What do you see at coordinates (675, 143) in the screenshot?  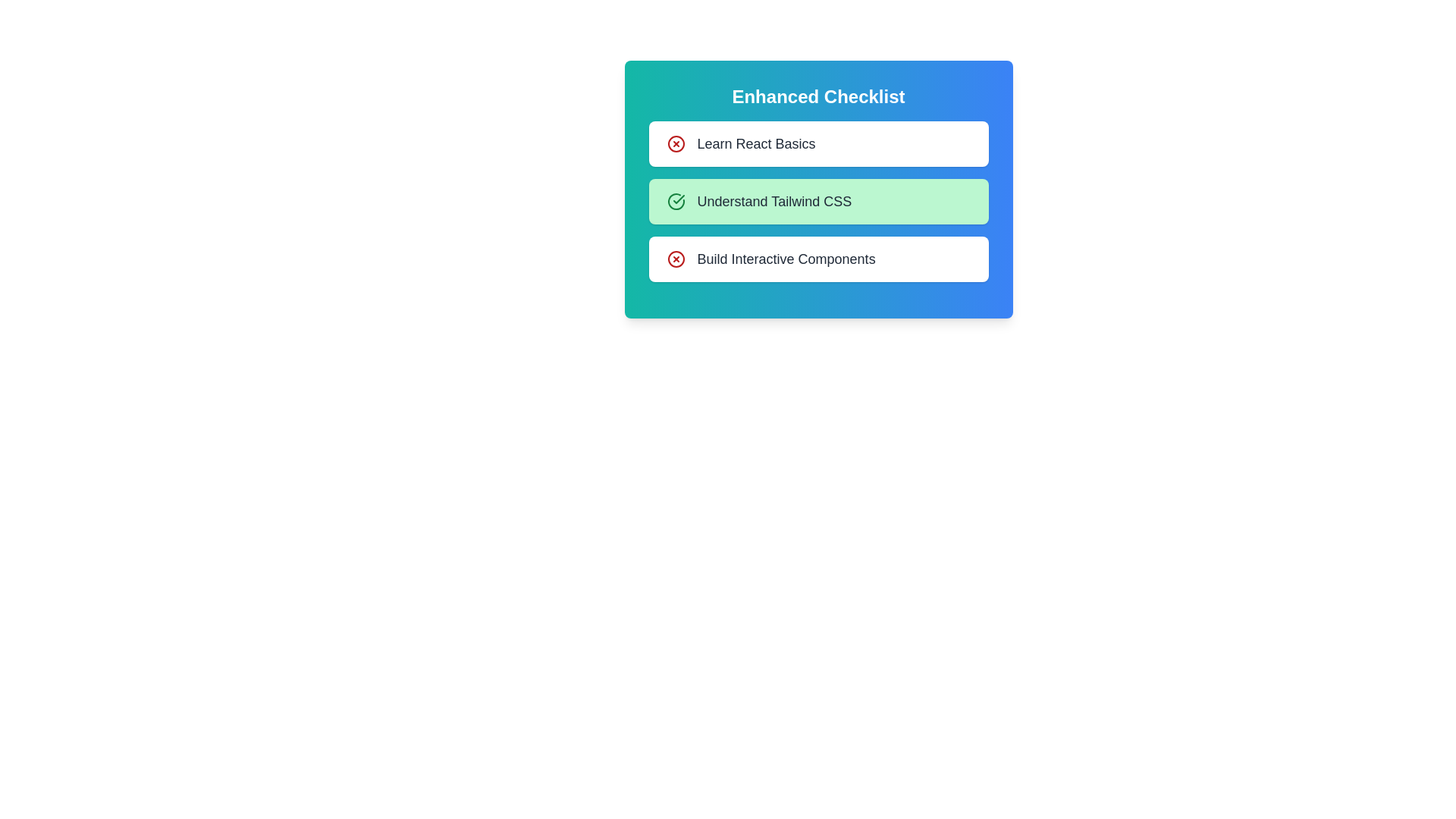 I see `the checklist item corresponding to Learn React Basics` at bounding box center [675, 143].